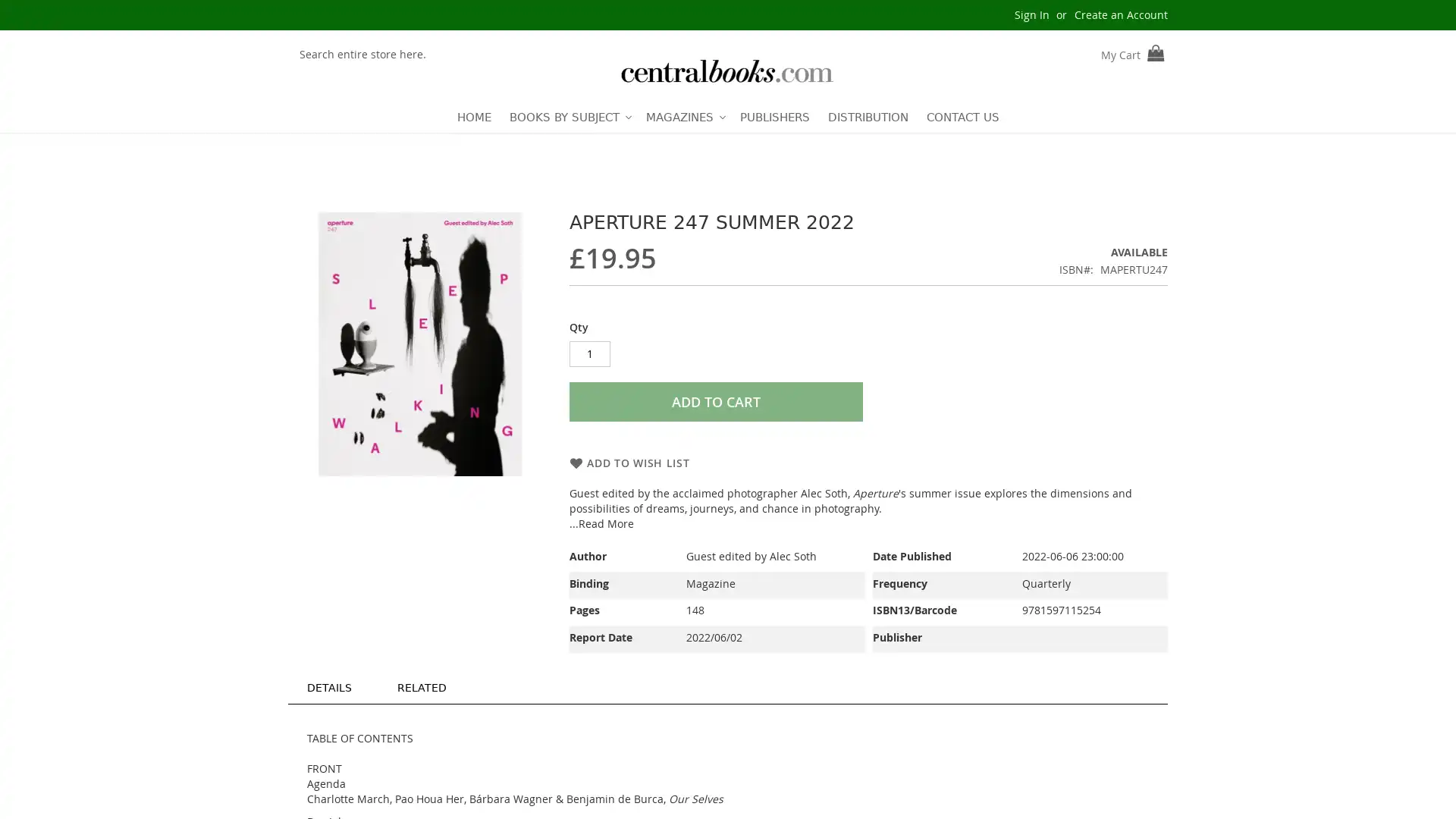 The width and height of the screenshot is (1456, 819). What do you see at coordinates (322, 519) in the screenshot?
I see `Aperture 247 Summer 2022` at bounding box center [322, 519].